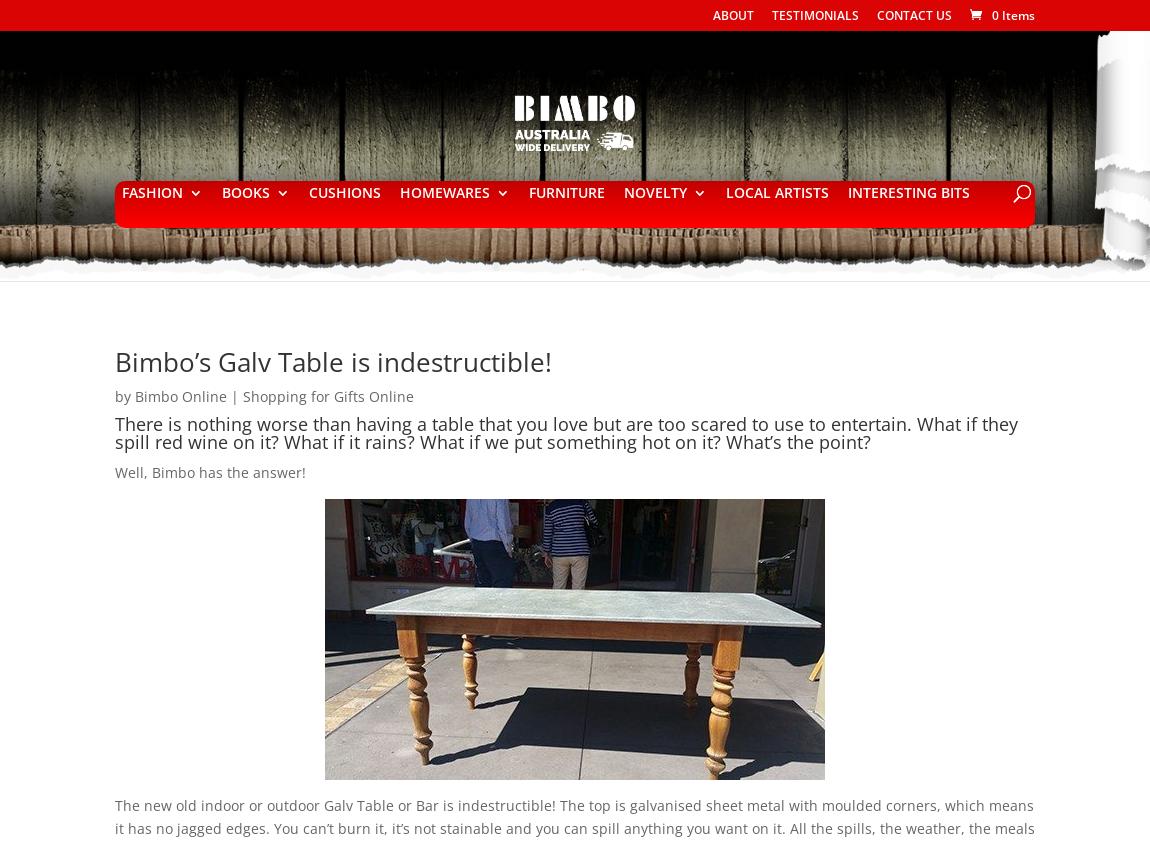 The height and width of the screenshot is (844, 1150). What do you see at coordinates (459, 429) in the screenshot?
I see `'SIGNS'` at bounding box center [459, 429].